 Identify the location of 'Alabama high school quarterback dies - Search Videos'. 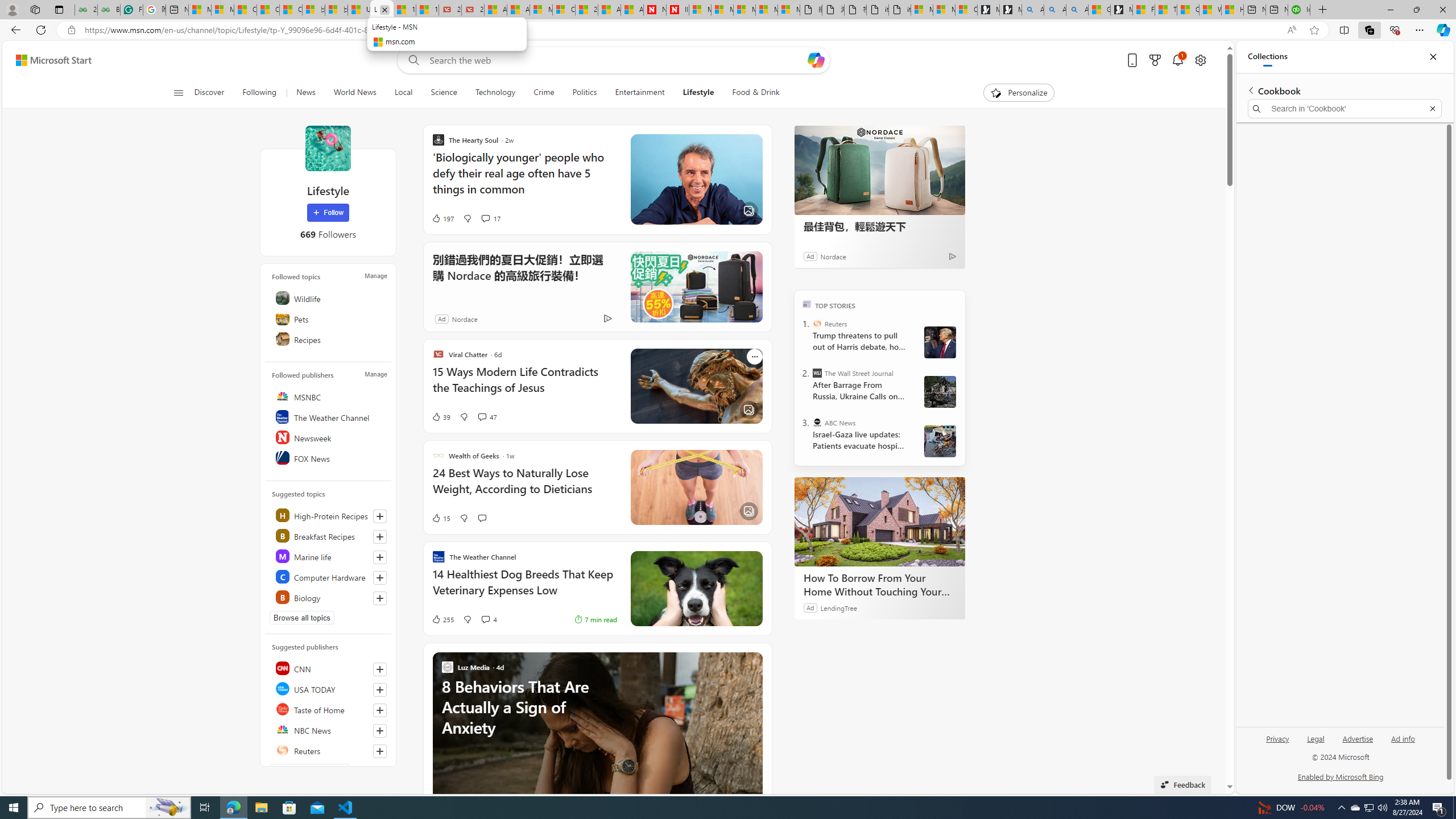
(1077, 9).